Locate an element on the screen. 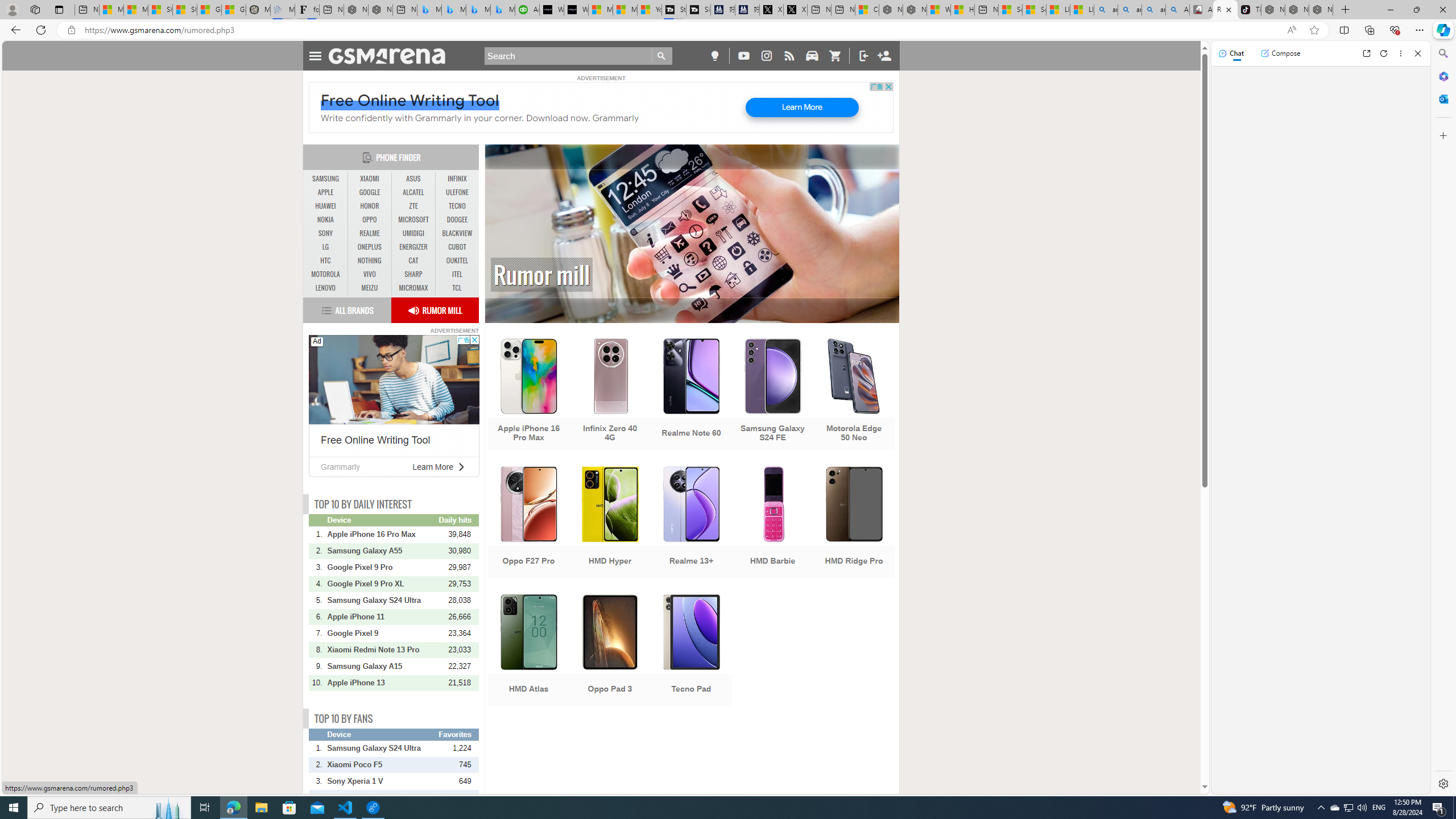 The image size is (1456, 819). 'BLACKVIEW' is located at coordinates (457, 233).